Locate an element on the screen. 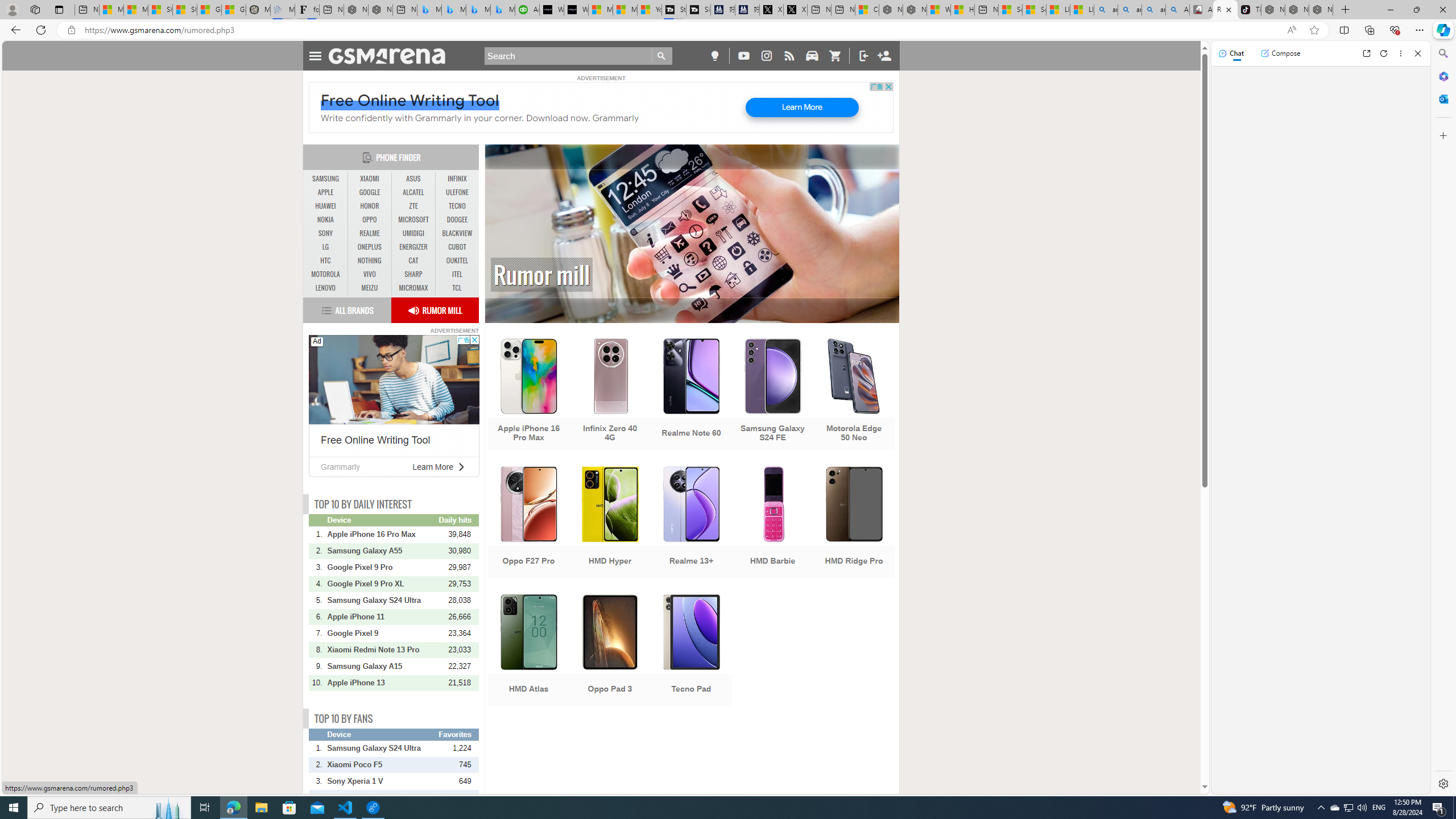 The image size is (1456, 819). 'BLACKVIEW' is located at coordinates (457, 233).